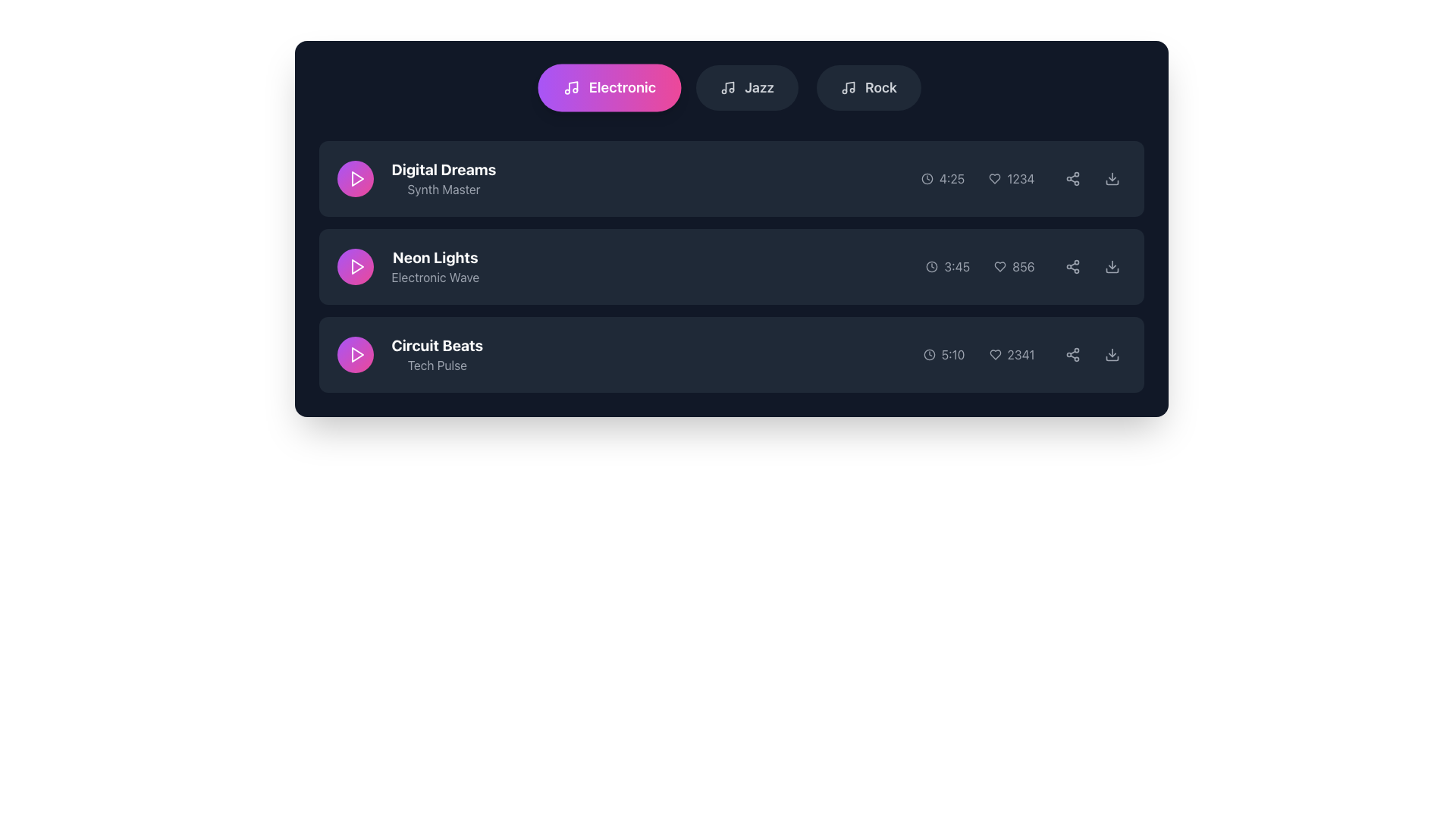 The height and width of the screenshot is (819, 1456). I want to click on the 'Jazz' category button, which is the second option in a horizontal group of buttons located at the top center of the interface, to filter the displayed content accordingly, so click(747, 87).